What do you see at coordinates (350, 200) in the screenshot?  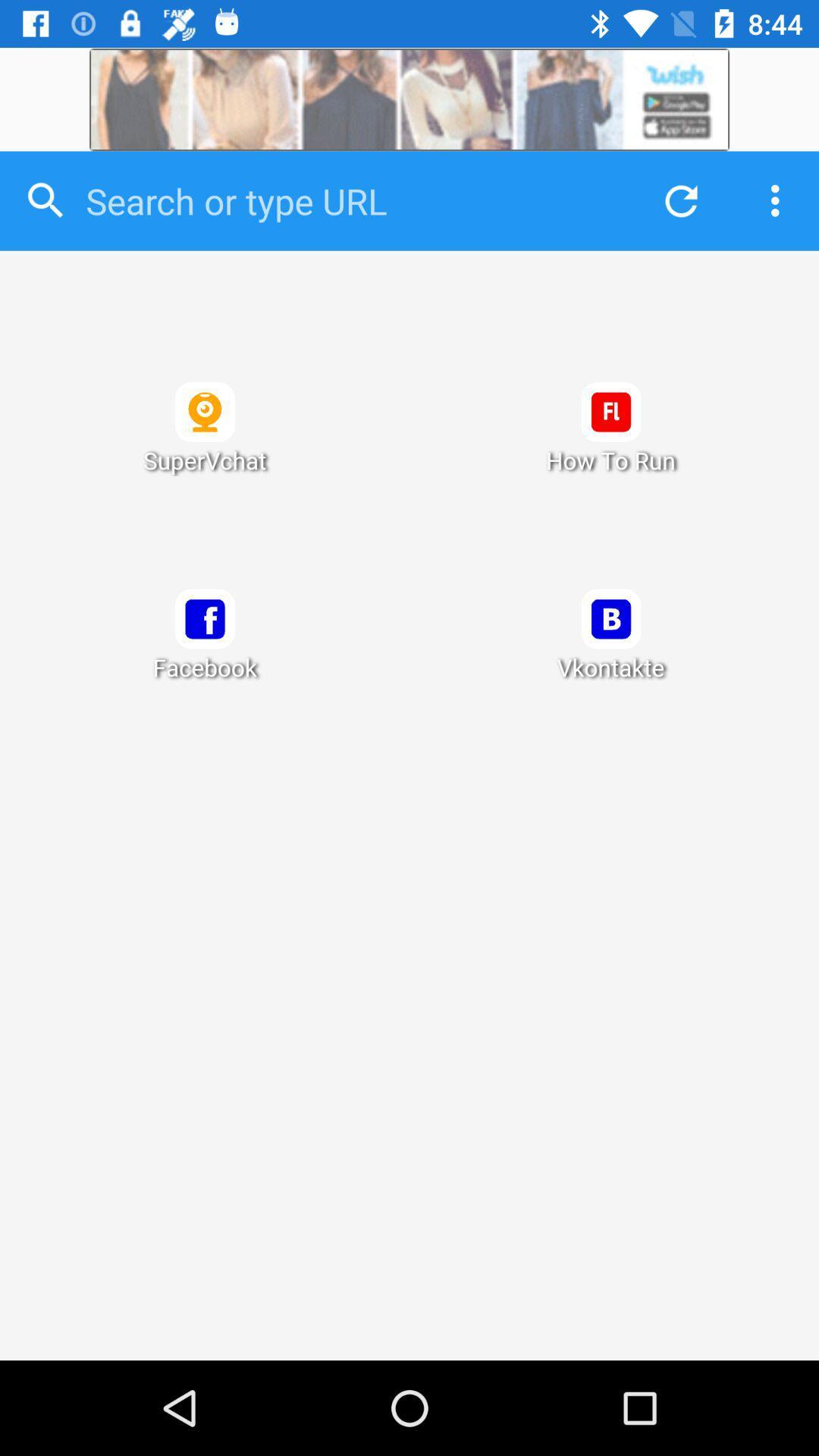 I see `search box` at bounding box center [350, 200].